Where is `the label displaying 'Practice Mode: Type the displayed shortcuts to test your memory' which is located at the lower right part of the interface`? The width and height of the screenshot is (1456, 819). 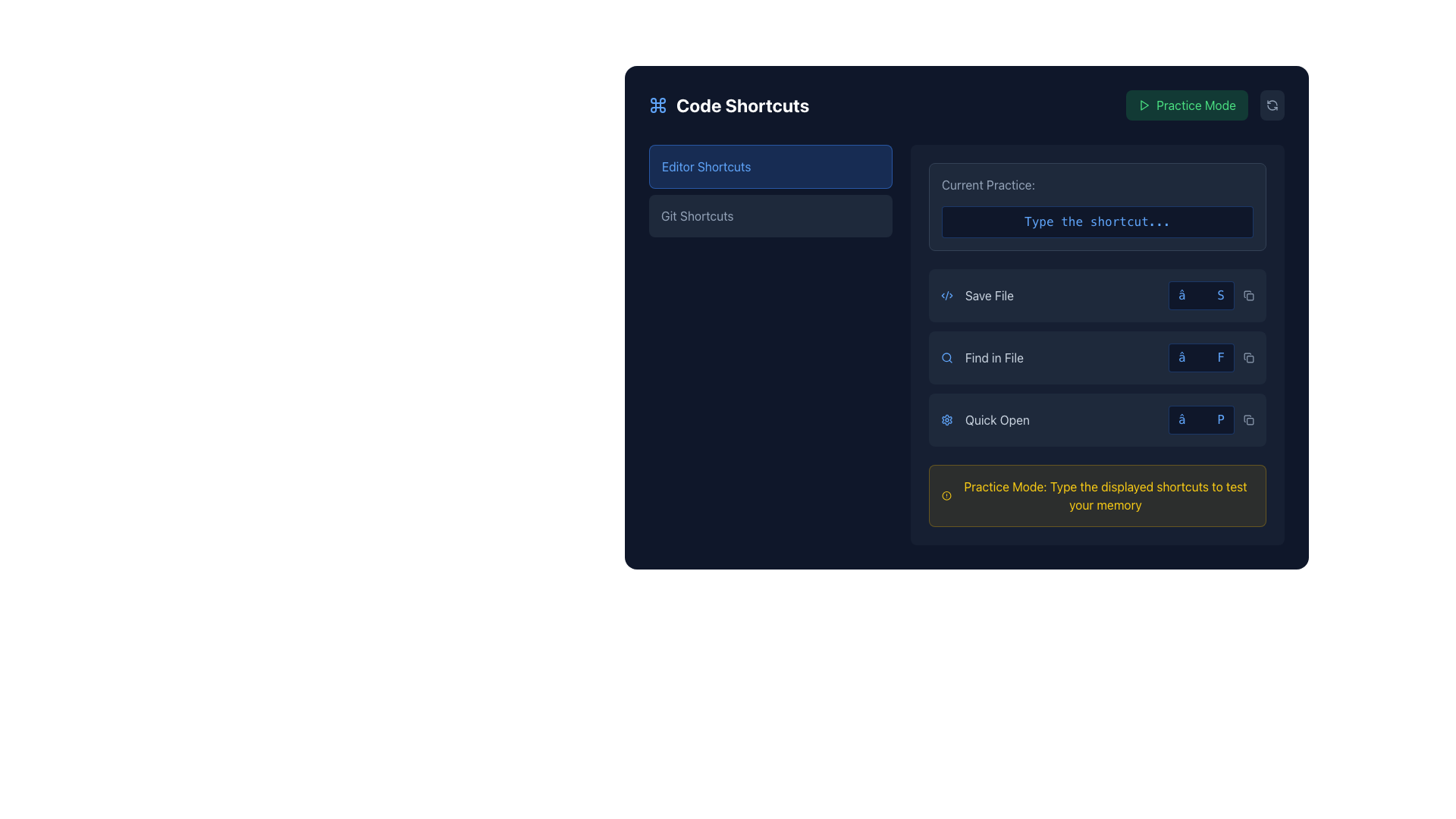 the label displaying 'Practice Mode: Type the displayed shortcuts to test your memory' which is located at the lower right part of the interface is located at coordinates (1106, 496).